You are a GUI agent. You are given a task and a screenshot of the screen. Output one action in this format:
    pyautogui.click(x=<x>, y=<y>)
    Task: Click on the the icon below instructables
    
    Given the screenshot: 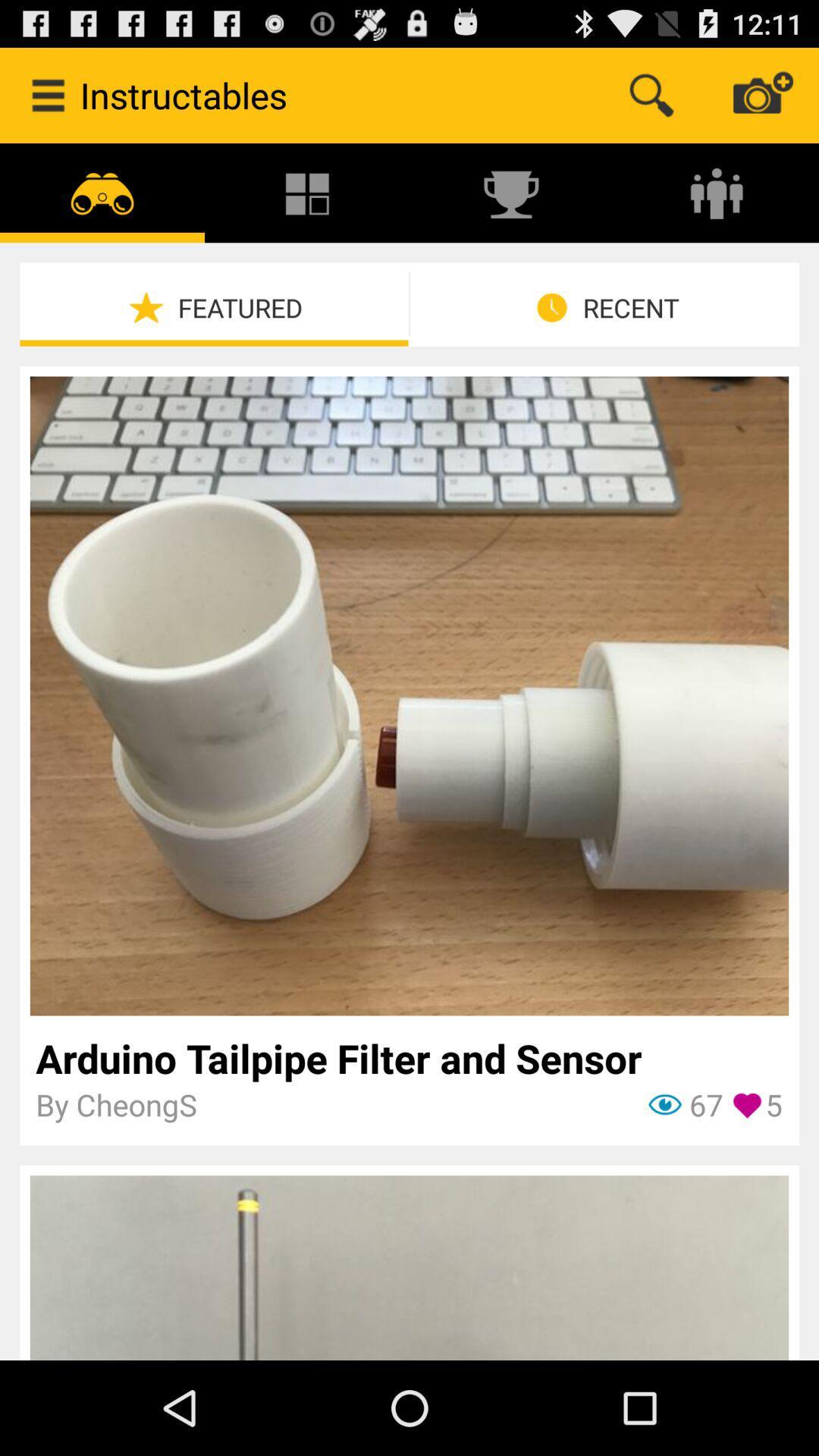 What is the action you would take?
    pyautogui.click(x=307, y=192)
    